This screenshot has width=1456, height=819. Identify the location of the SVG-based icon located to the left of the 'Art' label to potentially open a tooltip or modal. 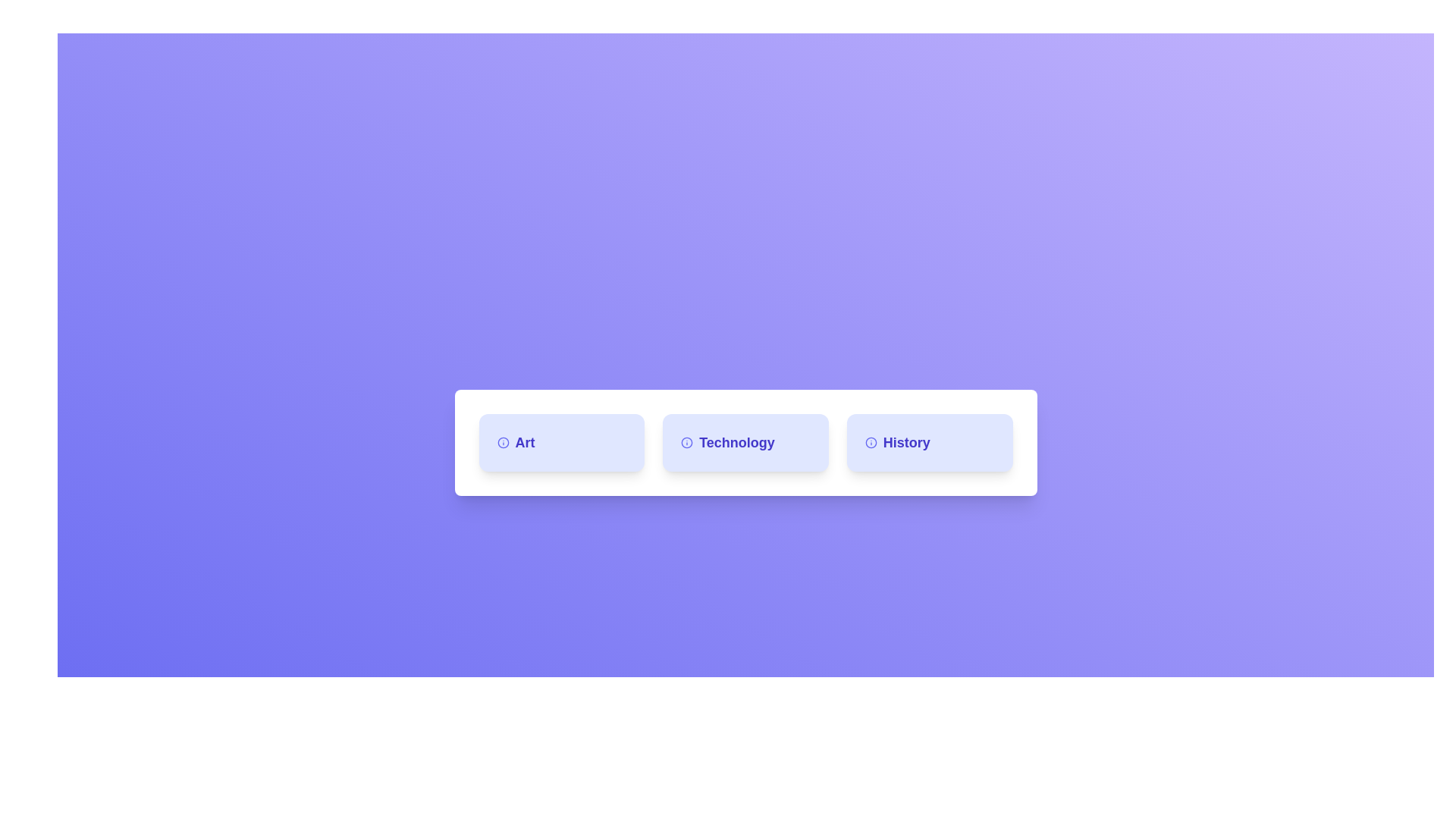
(503, 442).